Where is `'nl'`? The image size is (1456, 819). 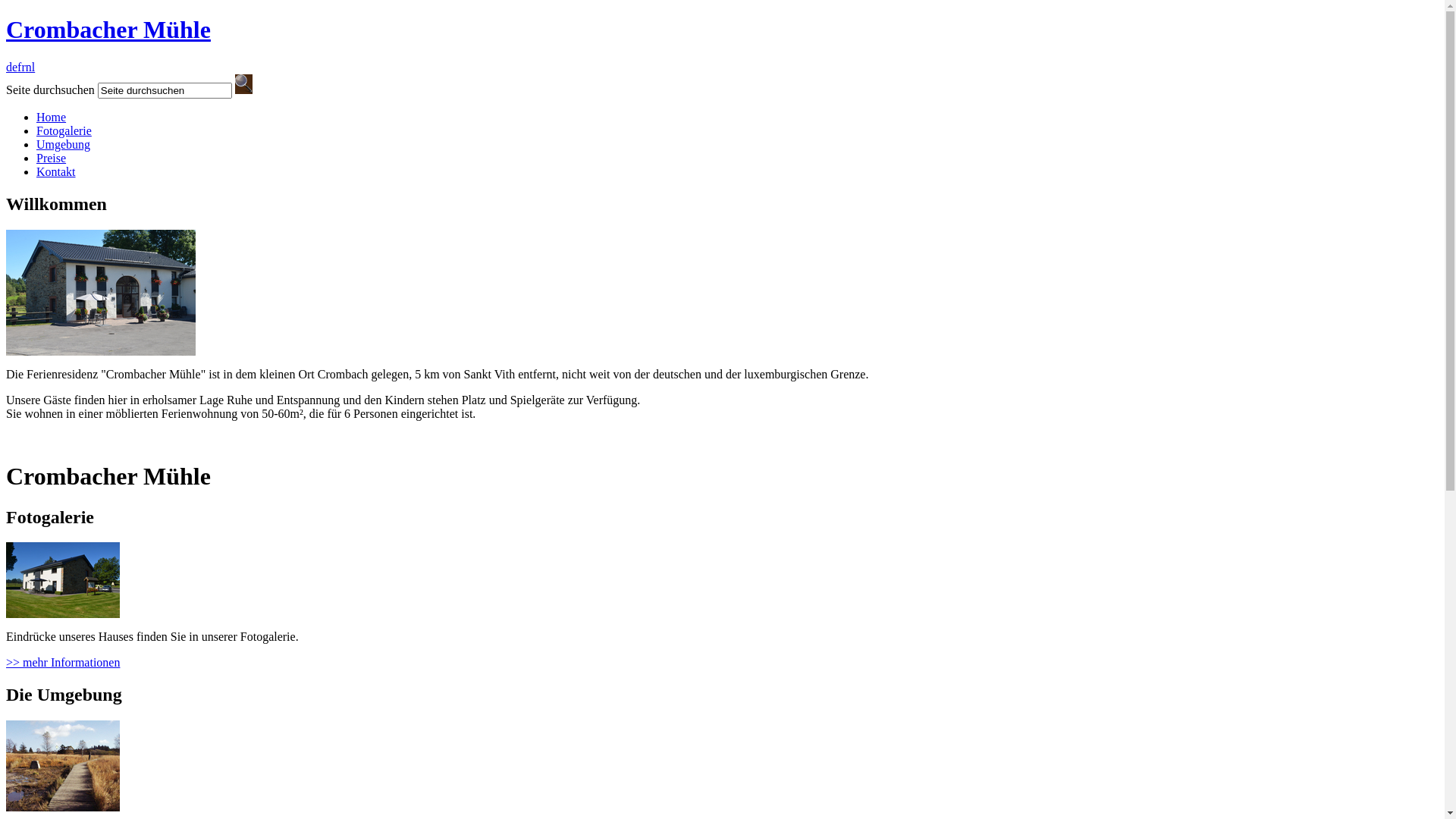
'nl' is located at coordinates (30, 66).